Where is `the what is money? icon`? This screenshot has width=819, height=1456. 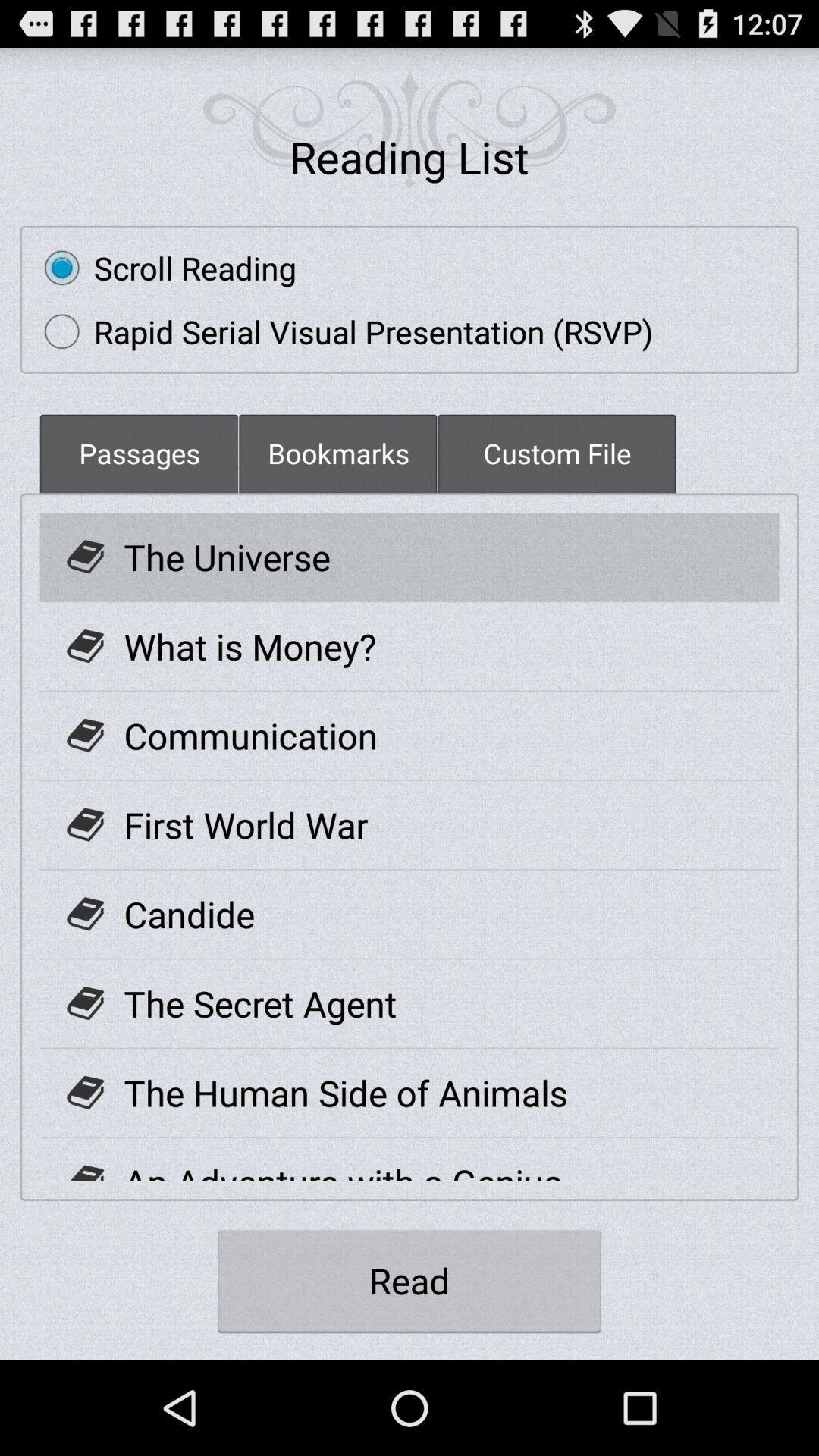 the what is money? icon is located at coordinates (249, 646).